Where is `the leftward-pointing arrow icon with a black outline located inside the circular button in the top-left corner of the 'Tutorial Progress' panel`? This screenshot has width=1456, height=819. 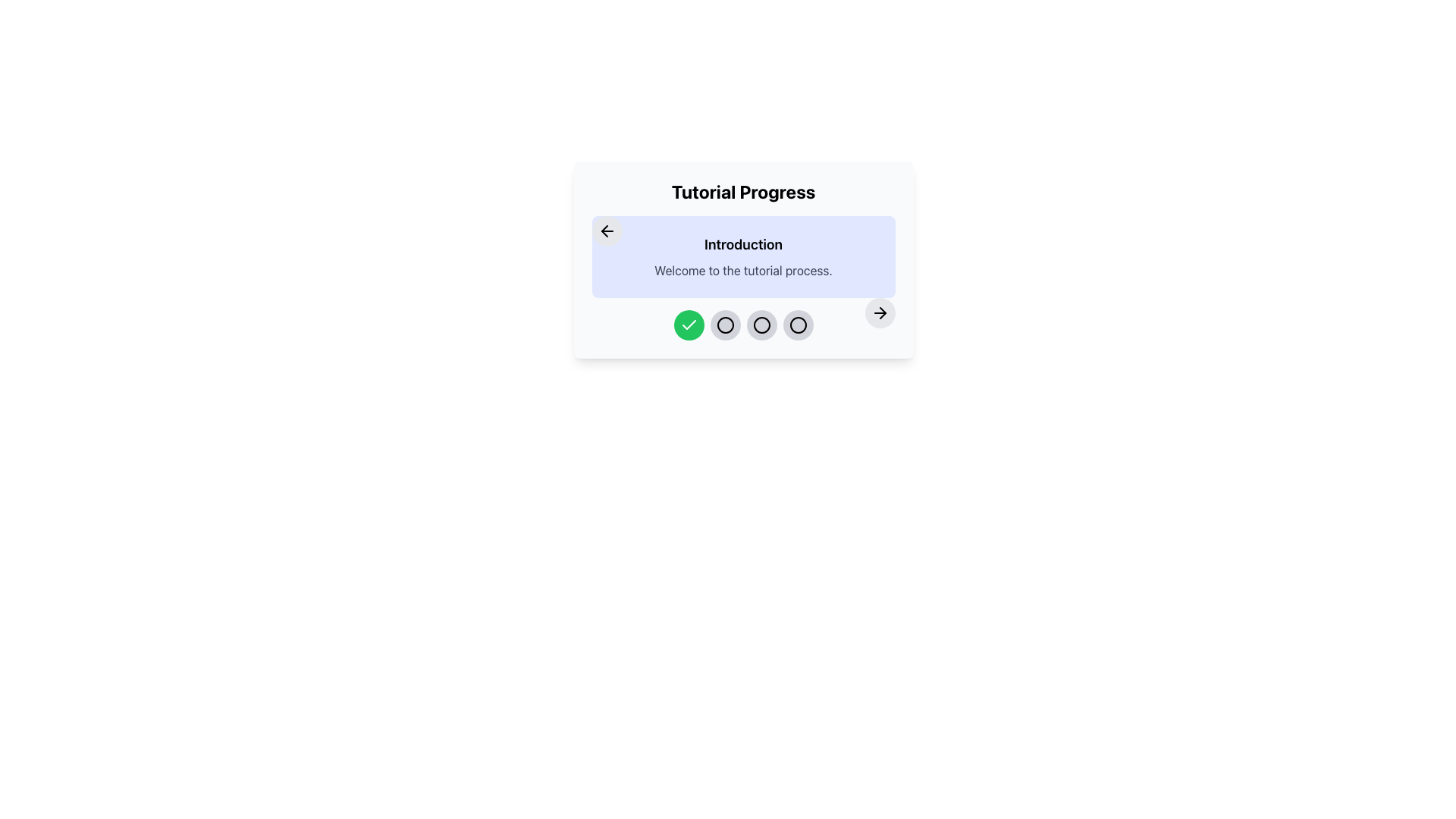
the leftward-pointing arrow icon with a black outline located inside the circular button in the top-left corner of the 'Tutorial Progress' panel is located at coordinates (607, 231).